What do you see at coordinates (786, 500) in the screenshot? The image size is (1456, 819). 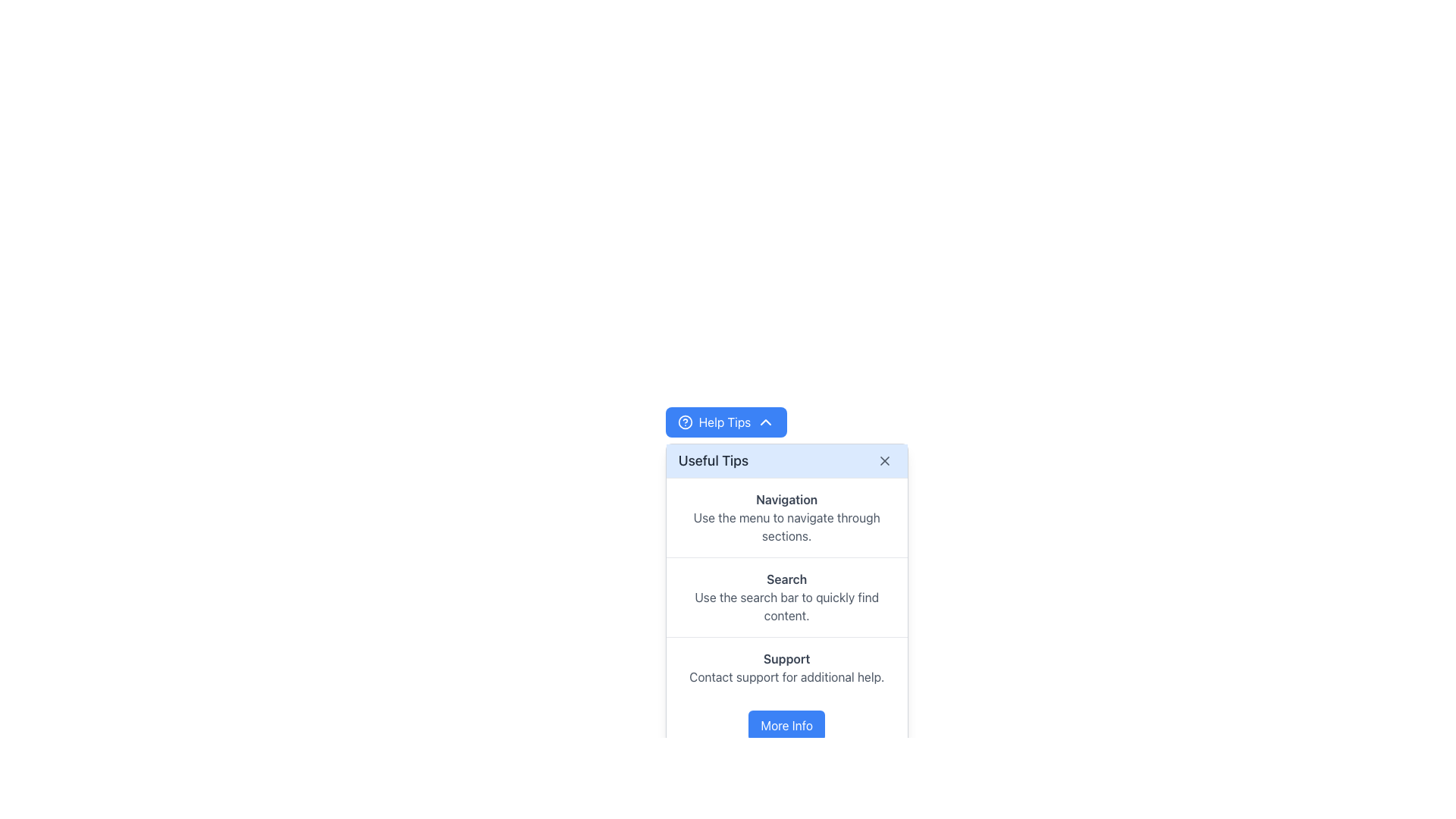 I see `the bold text label 'Navigation' which is styled in gray (#4A5568) and serves as a section heading within the 'Useful Tips' card interface` at bounding box center [786, 500].